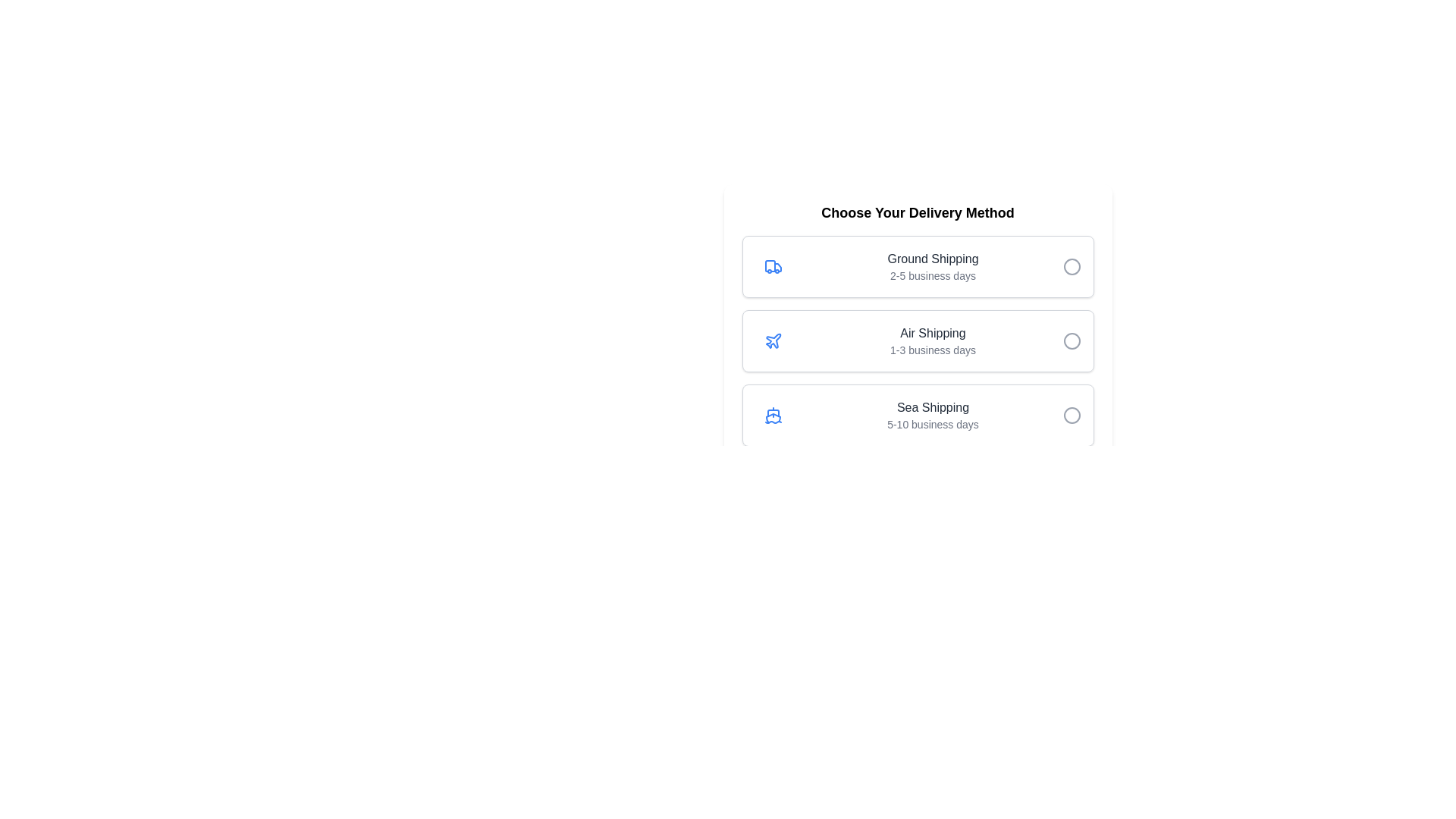  Describe the element at coordinates (773, 340) in the screenshot. I see `the airplane icon element` at that location.